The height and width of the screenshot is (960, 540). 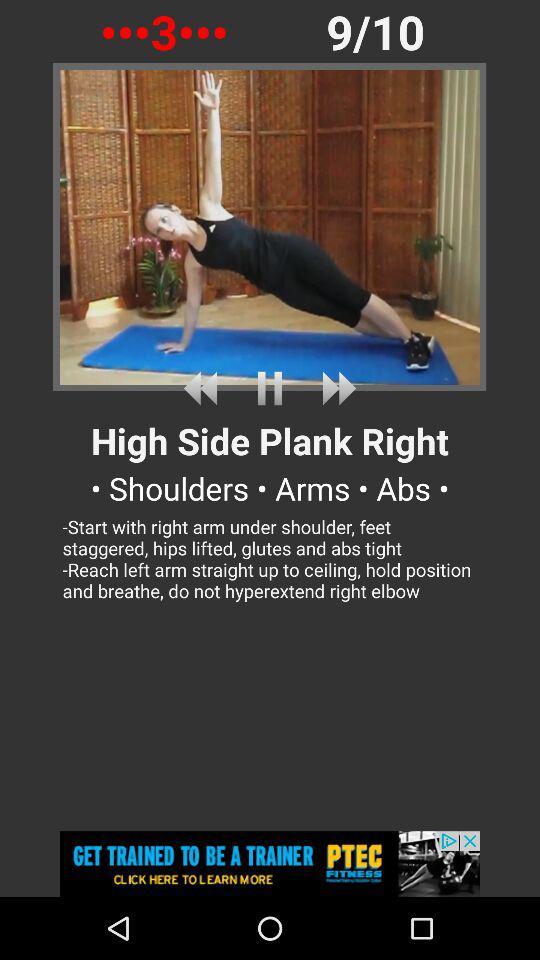 I want to click on previous exercise, so click(x=203, y=387).